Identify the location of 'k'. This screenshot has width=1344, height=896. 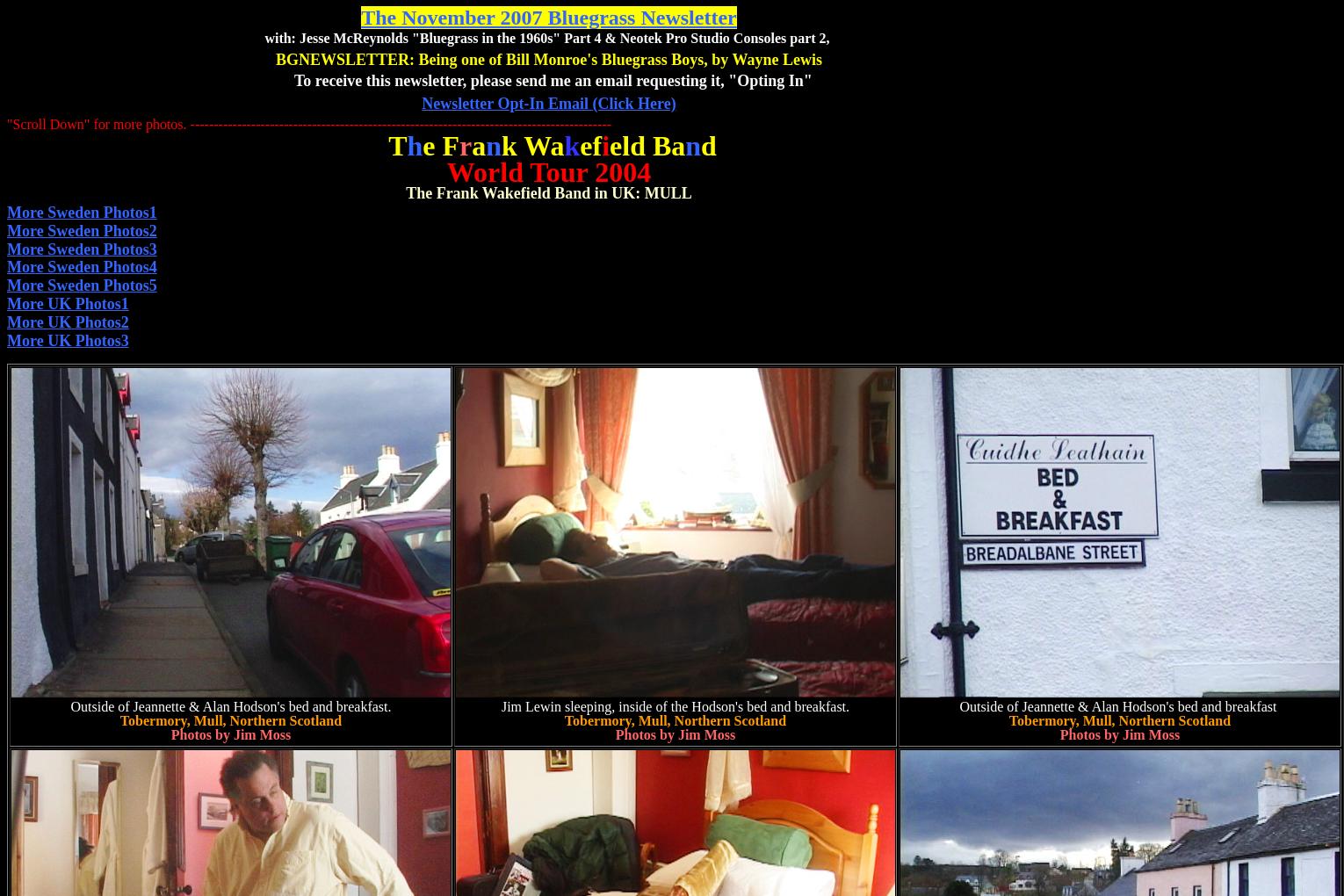
(563, 145).